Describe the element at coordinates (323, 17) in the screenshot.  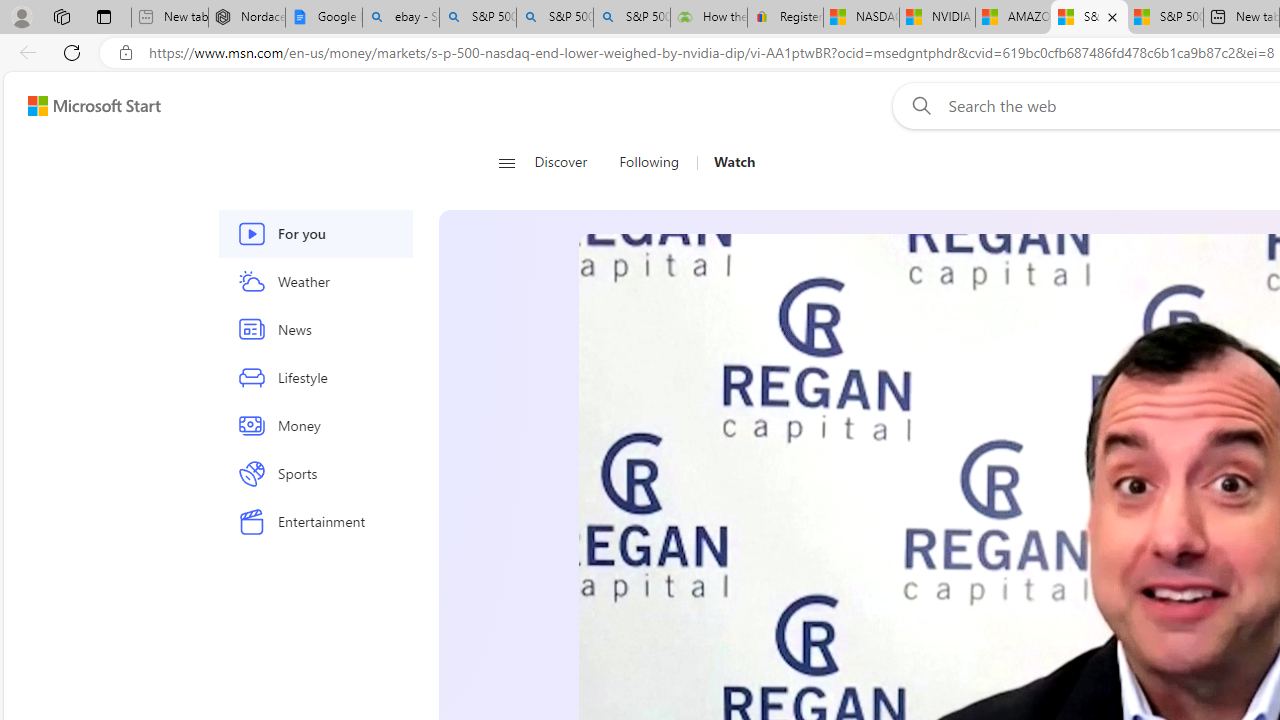
I see `'Google Docs: Online Document Editor | Google Workspace'` at that location.